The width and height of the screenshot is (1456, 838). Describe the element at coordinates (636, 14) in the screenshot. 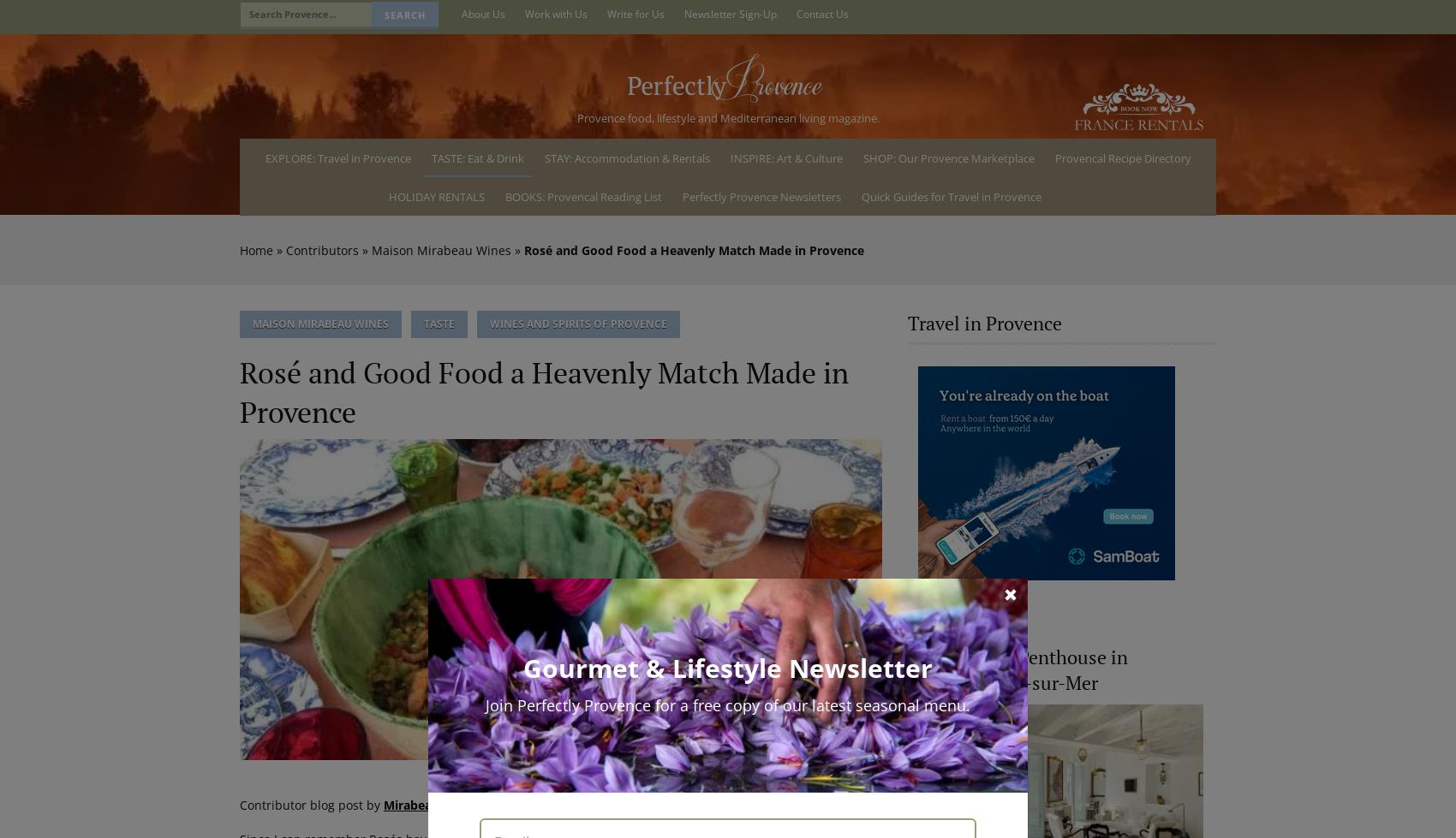

I see `'Write for Us'` at that location.